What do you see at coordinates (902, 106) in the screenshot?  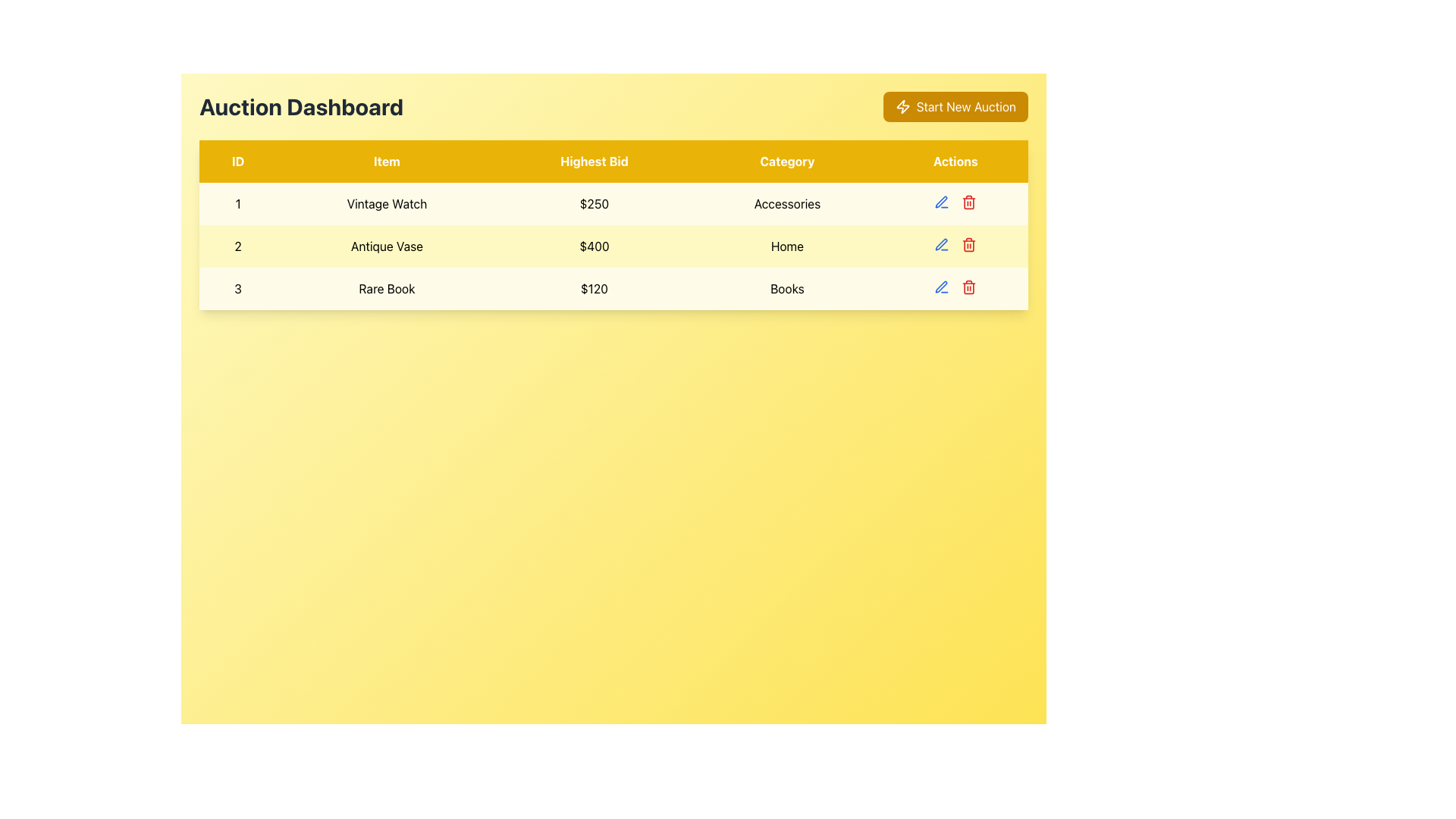 I see `the stylized lightning icon within the 'Start New Auction' button, which is outlined and red, located in the top-right section of the Auction Dashboard` at bounding box center [902, 106].